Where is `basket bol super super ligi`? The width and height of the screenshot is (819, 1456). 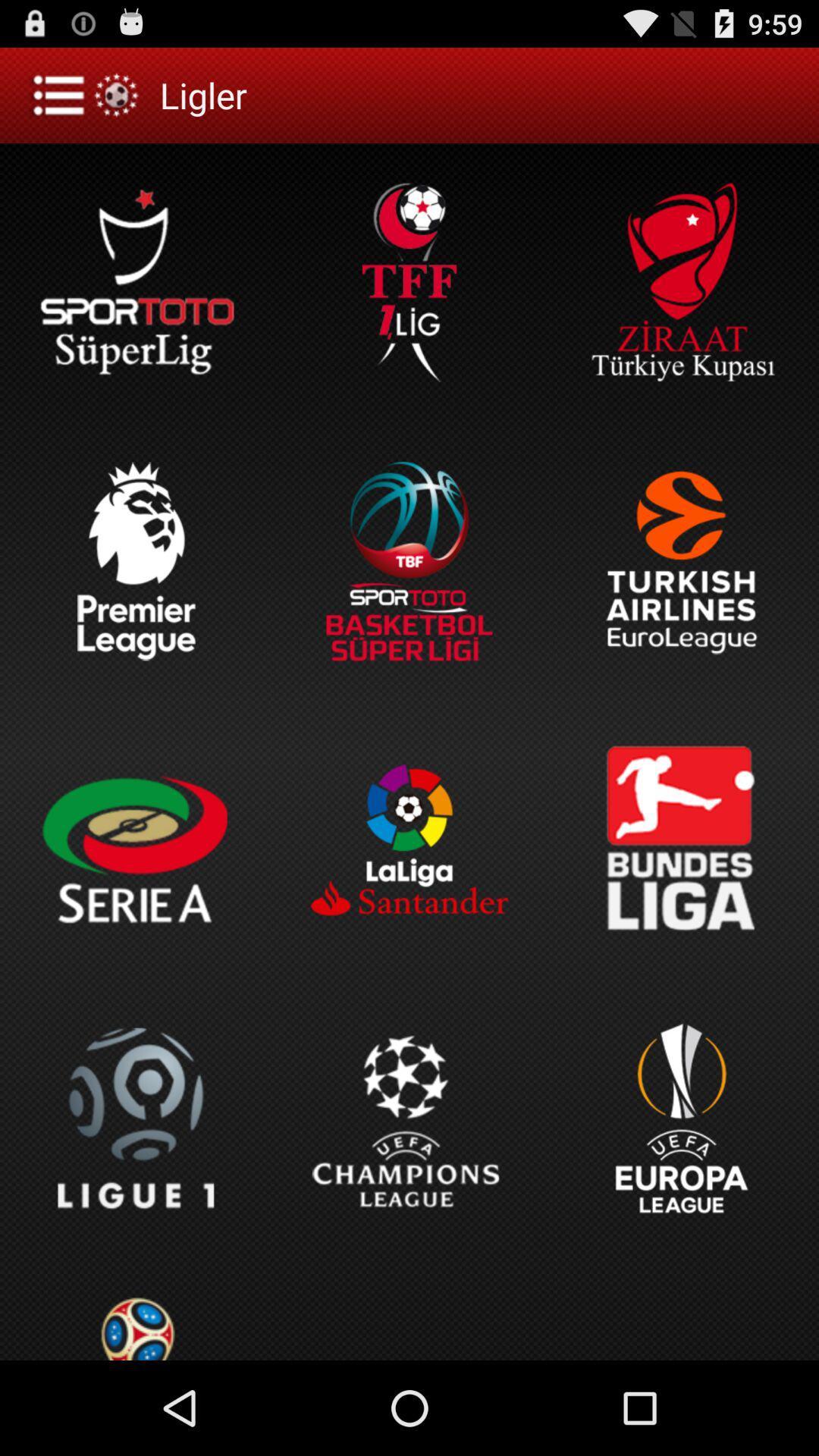
basket bol super super ligi is located at coordinates (409, 560).